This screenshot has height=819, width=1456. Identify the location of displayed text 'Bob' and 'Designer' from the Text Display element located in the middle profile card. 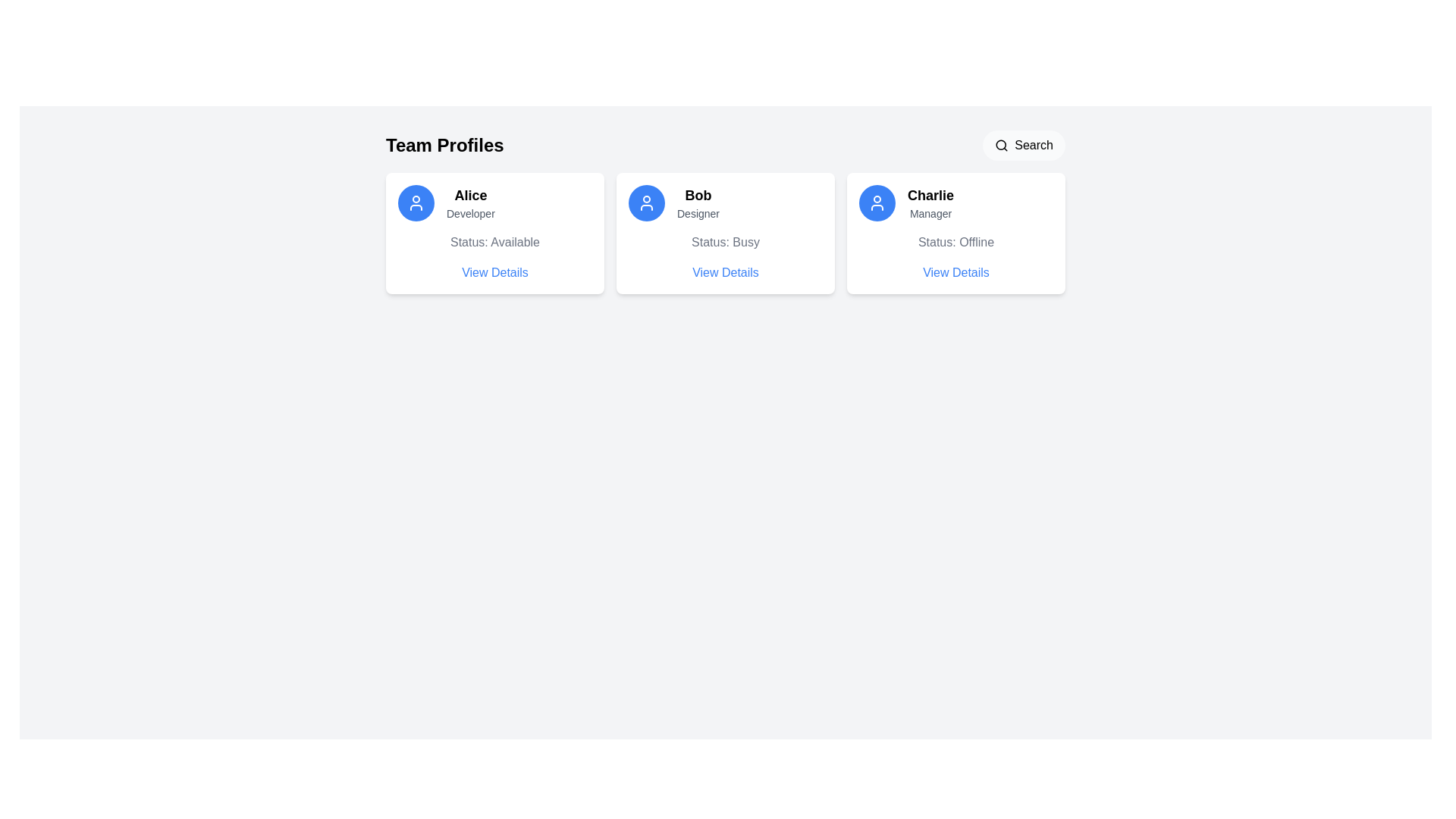
(698, 202).